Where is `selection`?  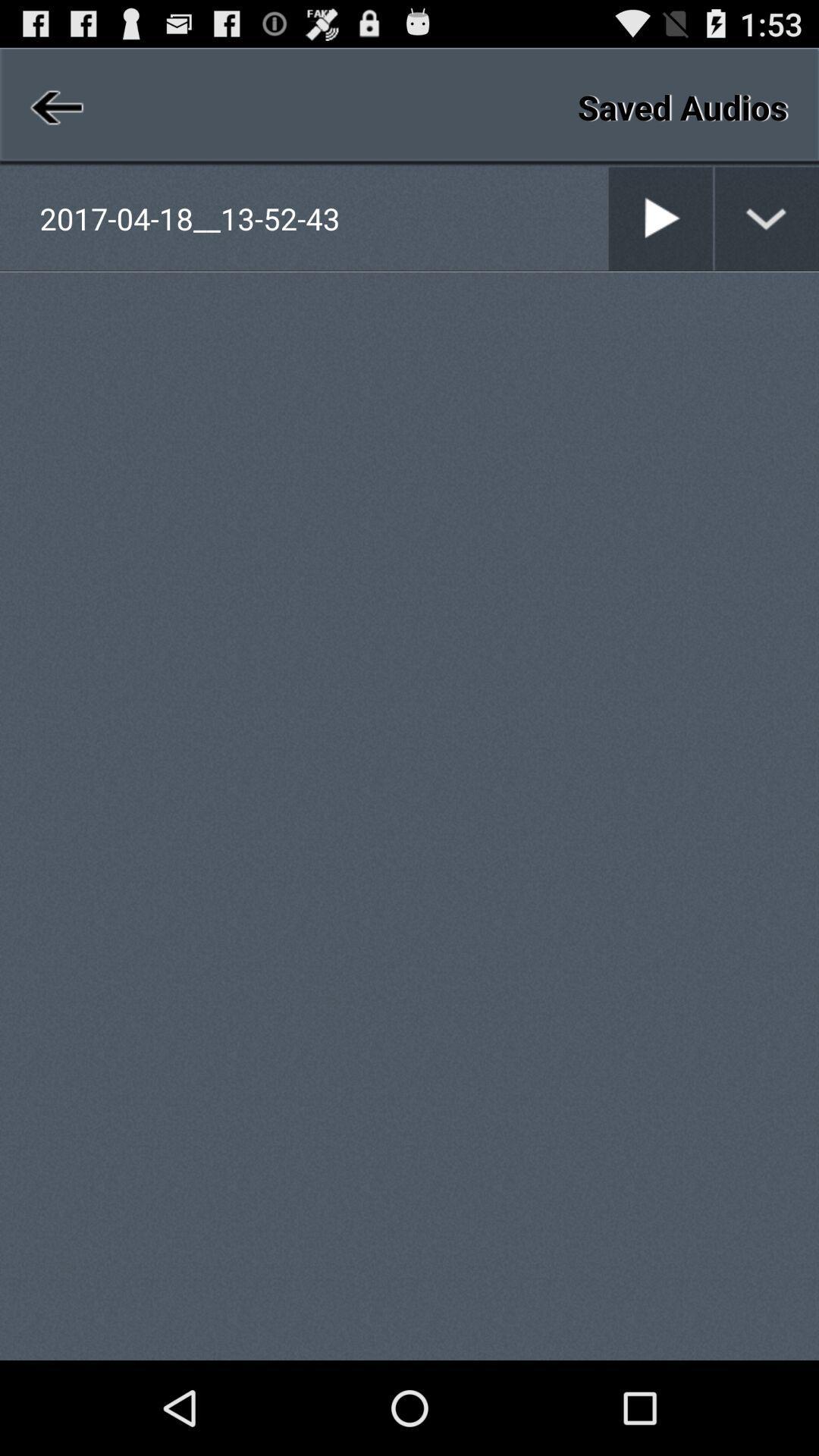
selection is located at coordinates (660, 218).